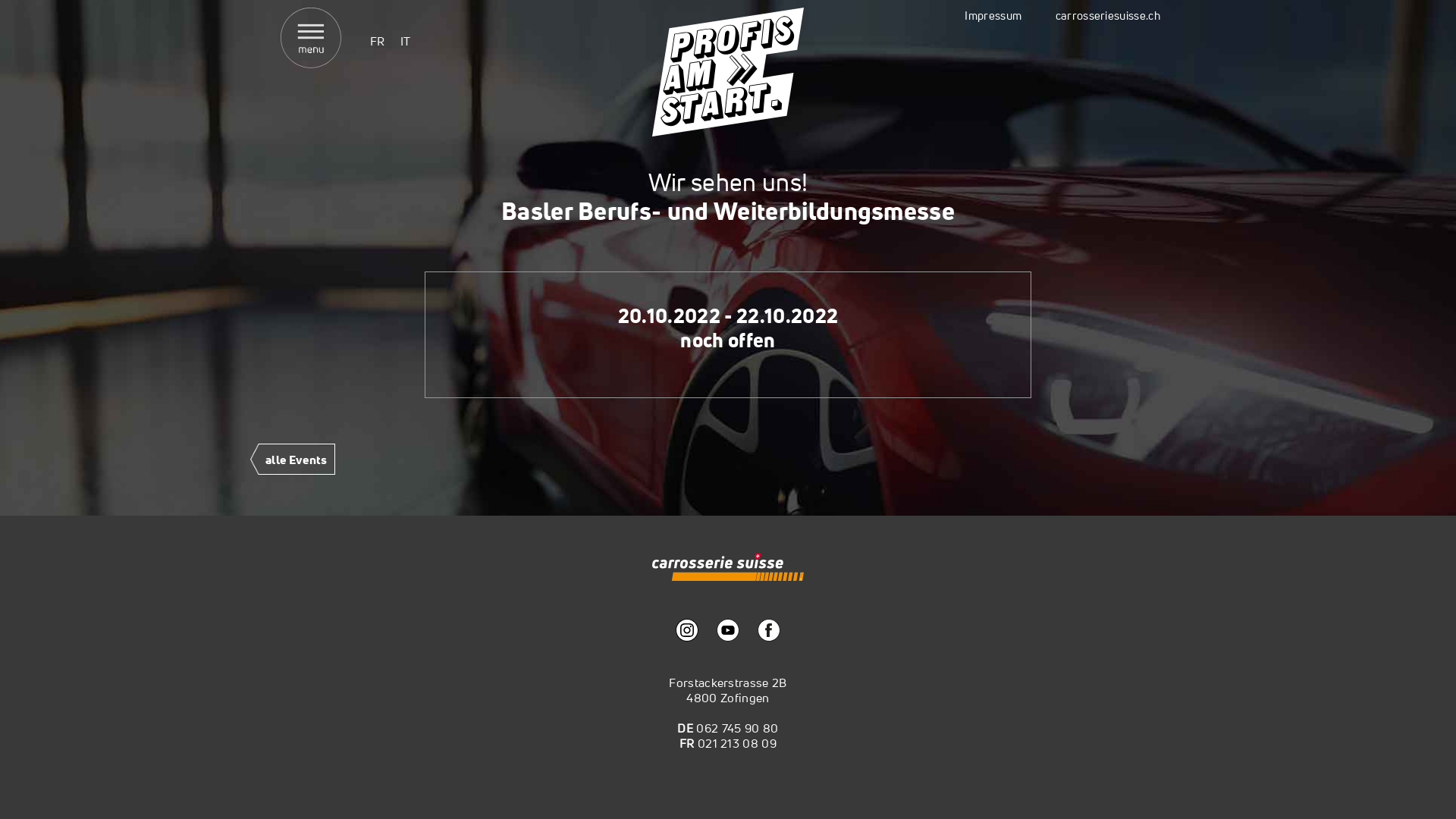  I want to click on 'carrosseriesuisse.ch', so click(1107, 15).